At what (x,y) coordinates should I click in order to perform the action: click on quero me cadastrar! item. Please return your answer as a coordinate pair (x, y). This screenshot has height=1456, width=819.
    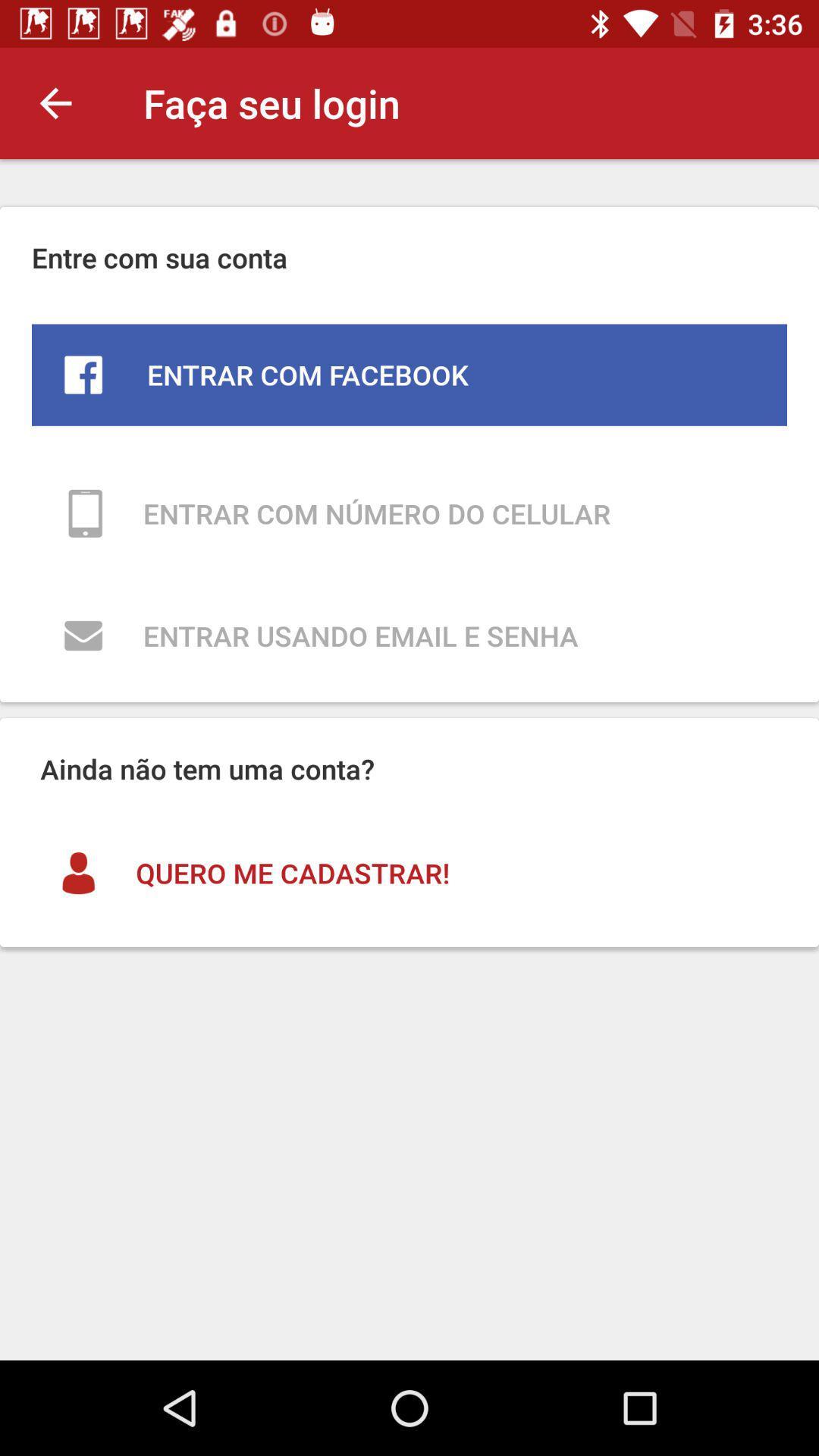
    Looking at the image, I should click on (409, 873).